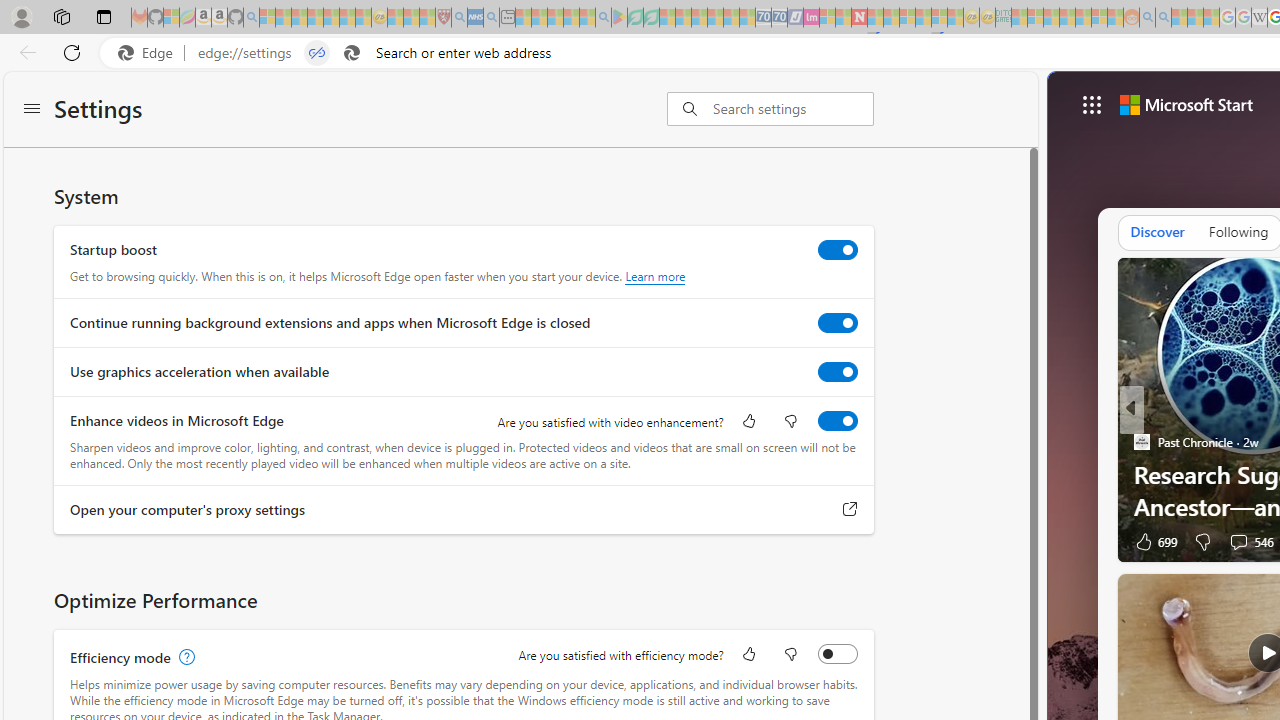  I want to click on 'Enhance videos in Microsoft Edge', so click(837, 420).